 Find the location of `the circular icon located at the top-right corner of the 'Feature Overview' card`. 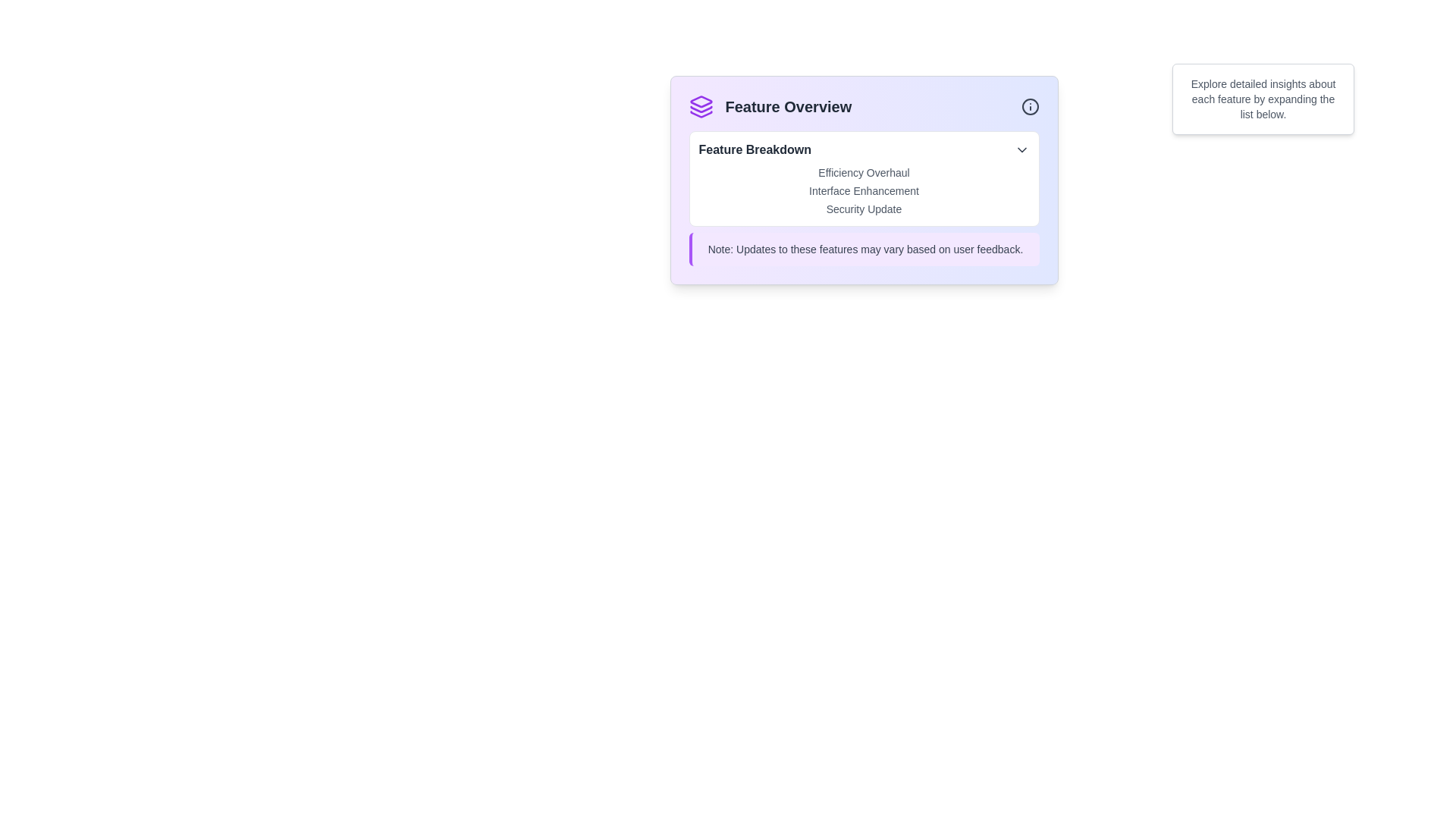

the circular icon located at the top-right corner of the 'Feature Overview' card is located at coordinates (1030, 106).